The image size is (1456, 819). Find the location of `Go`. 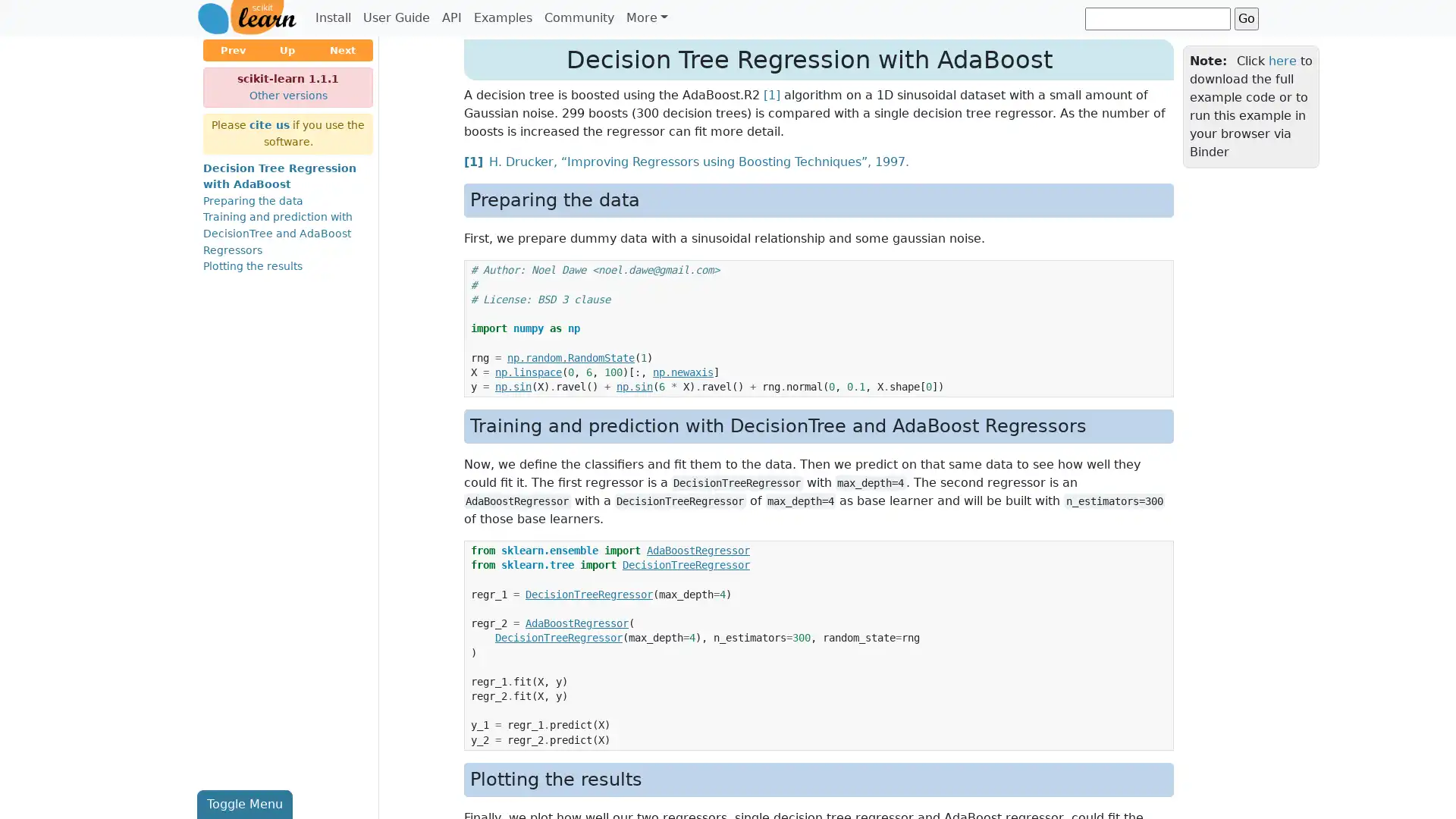

Go is located at coordinates (1246, 17).